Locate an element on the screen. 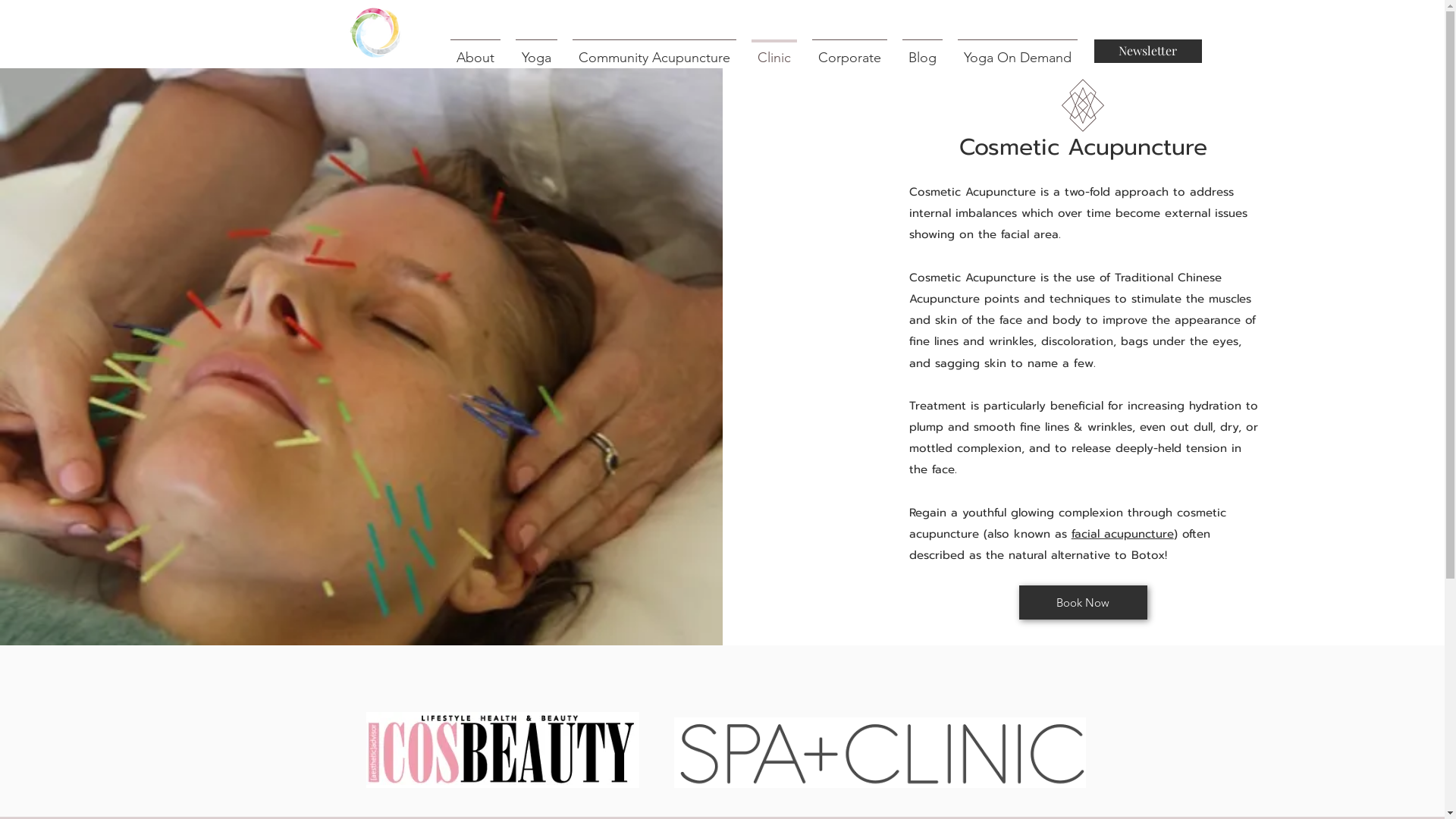 Image resolution: width=1456 pixels, height=819 pixels. 'About' is located at coordinates (442, 50).